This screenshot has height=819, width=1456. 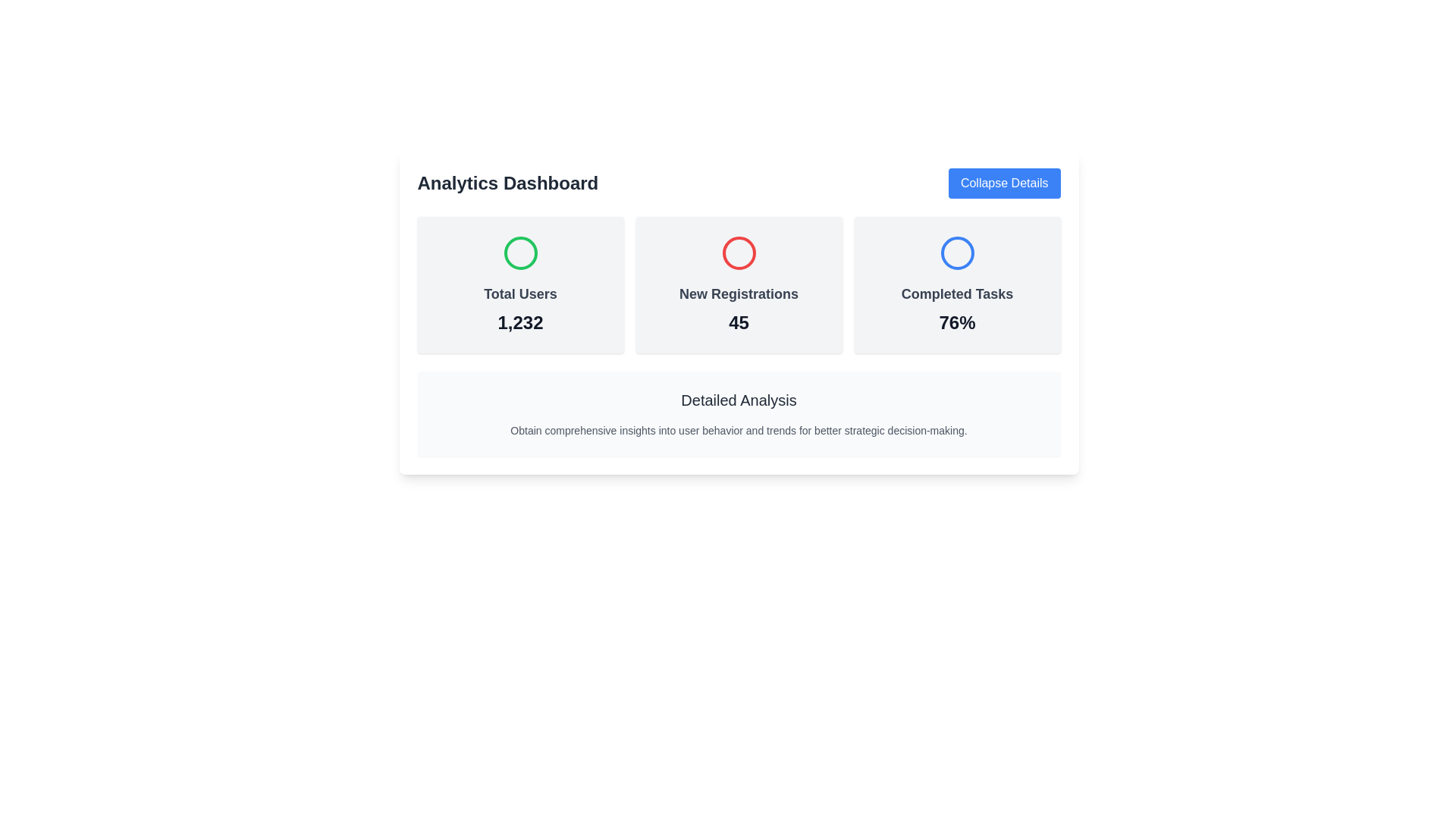 What do you see at coordinates (739, 294) in the screenshot?
I see `the descriptive label indicating 'New Registrations' located above the numeral '45' in the center of the card on the Analytics Dashboard` at bounding box center [739, 294].